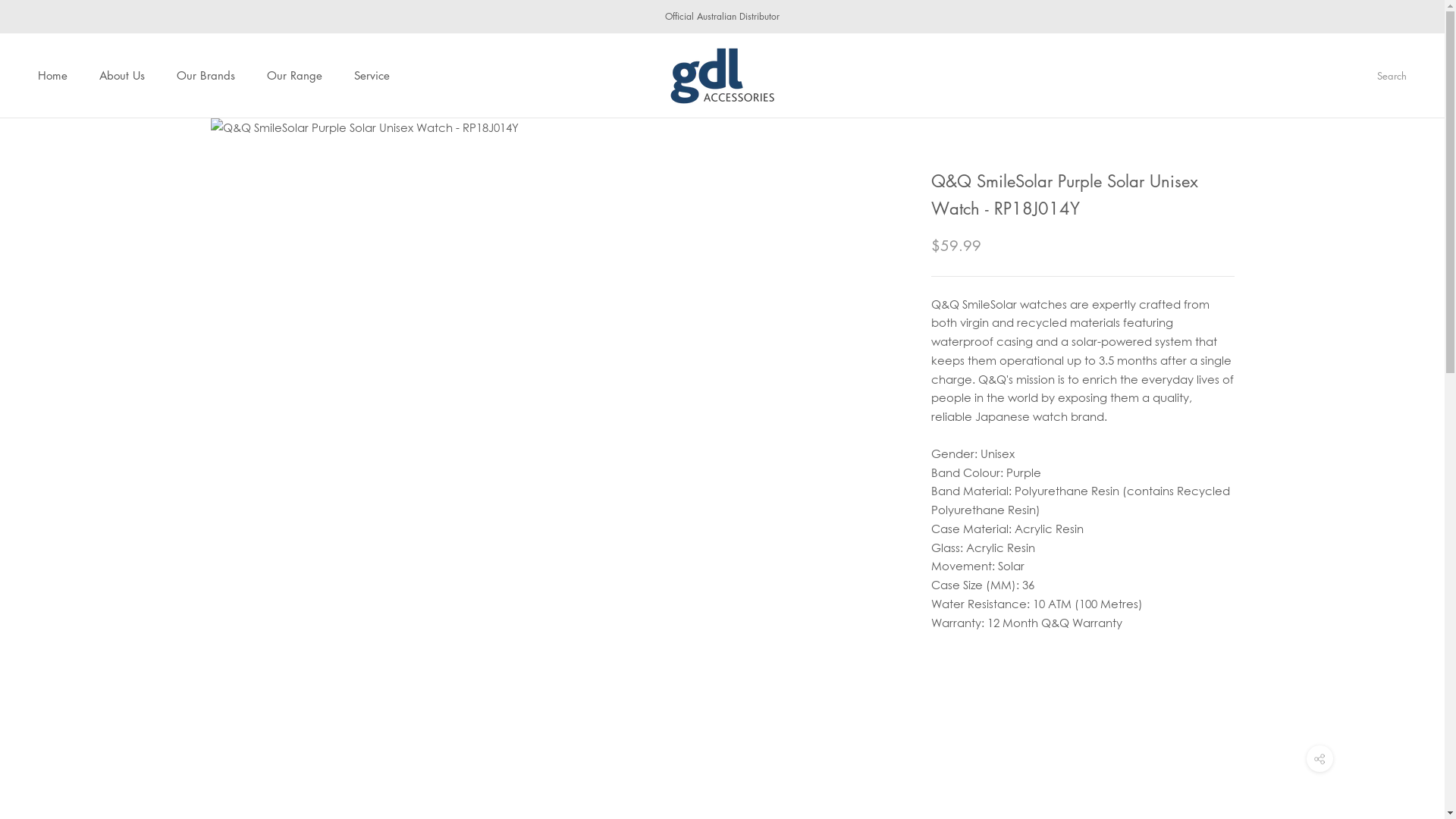 This screenshot has width=1456, height=819. What do you see at coordinates (372, 75) in the screenshot?
I see `'Service` at bounding box center [372, 75].